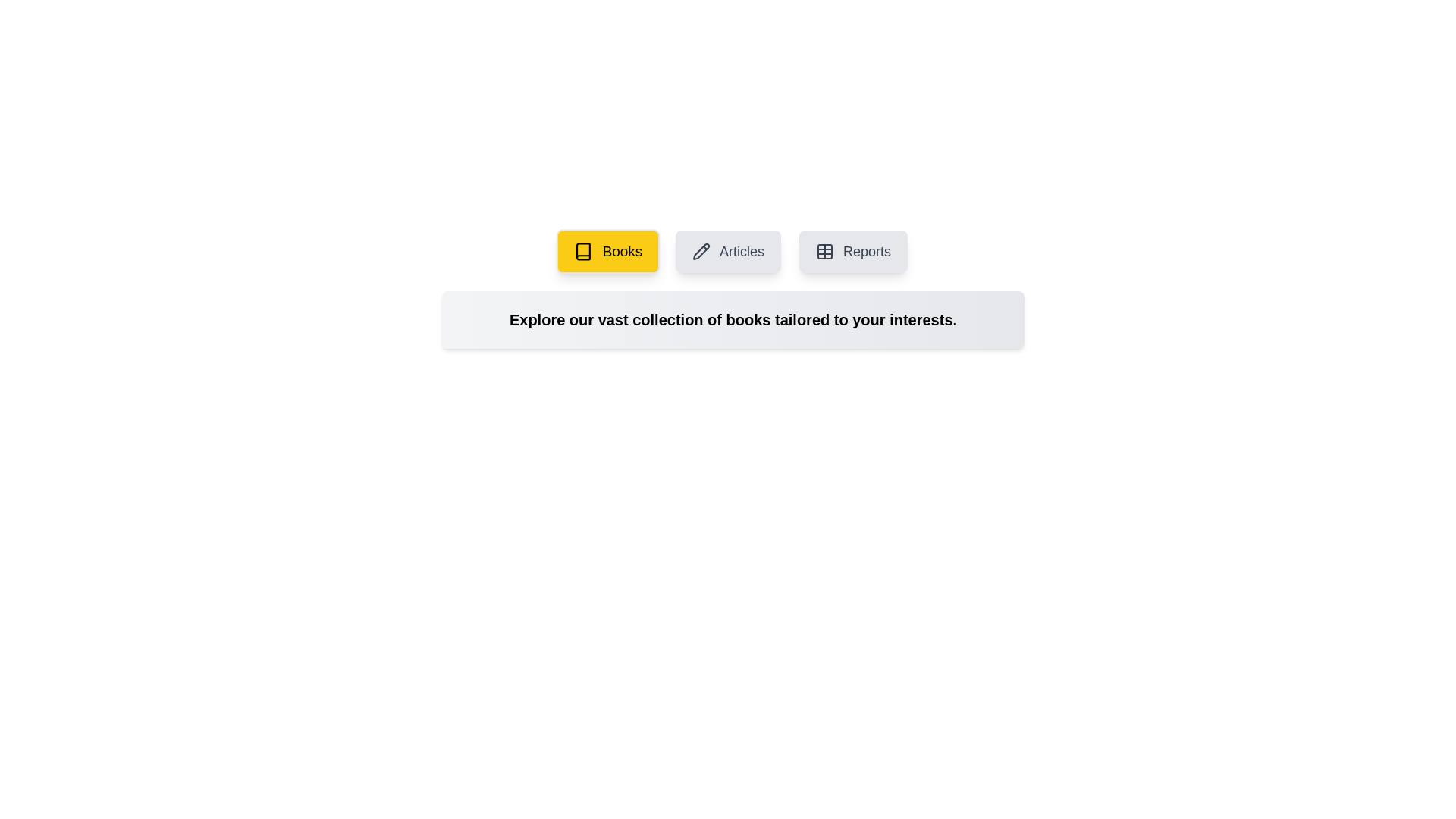  Describe the element at coordinates (622, 250) in the screenshot. I see `the 'Books' text label in the navigation bar, which indicates its purpose for navigation related to books` at that location.